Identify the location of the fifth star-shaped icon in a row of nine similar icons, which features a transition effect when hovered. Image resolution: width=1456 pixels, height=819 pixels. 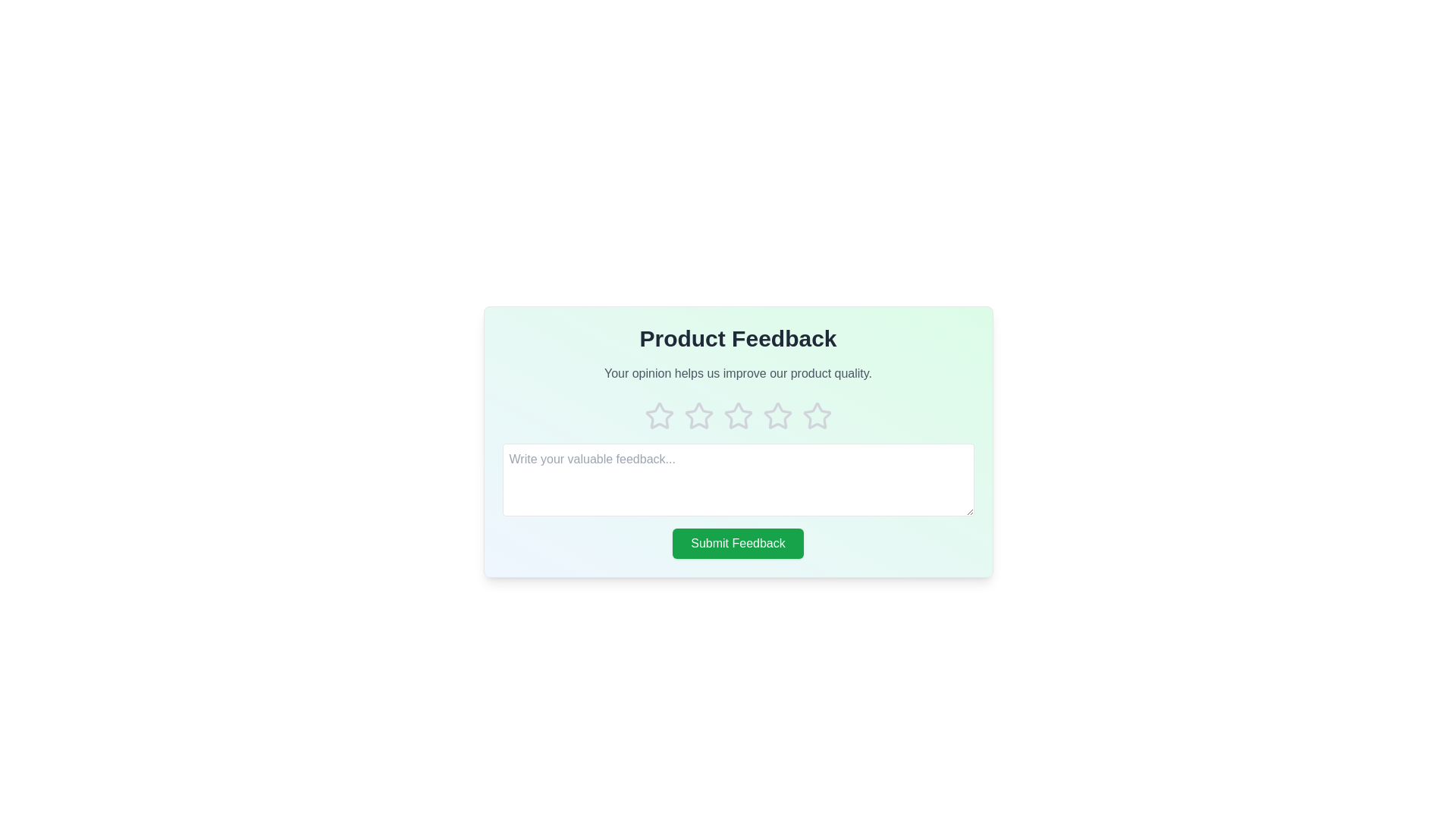
(777, 416).